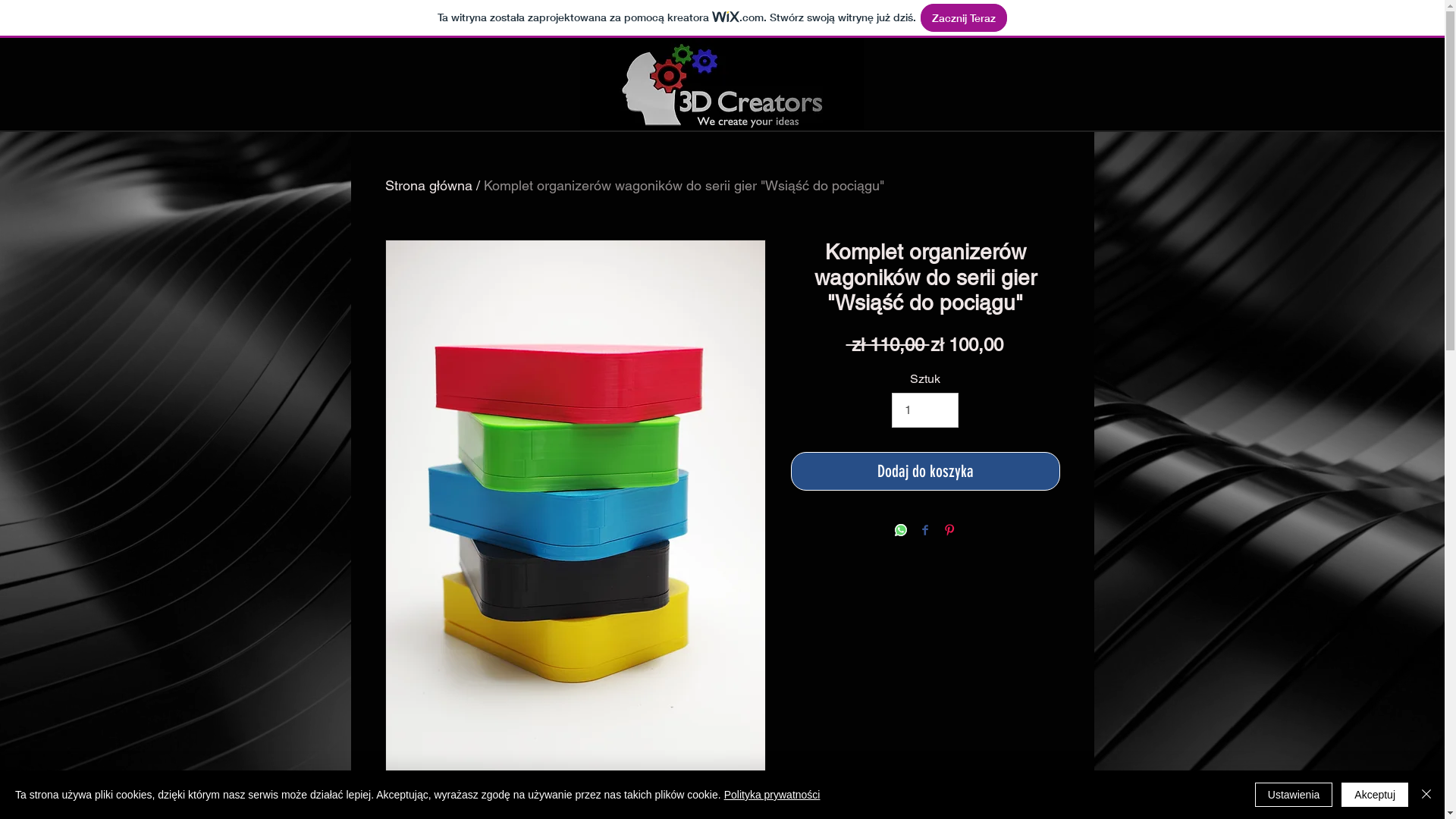 This screenshot has height=819, width=1456. What do you see at coordinates (924, 470) in the screenshot?
I see `'Dodaj do koszyka'` at bounding box center [924, 470].